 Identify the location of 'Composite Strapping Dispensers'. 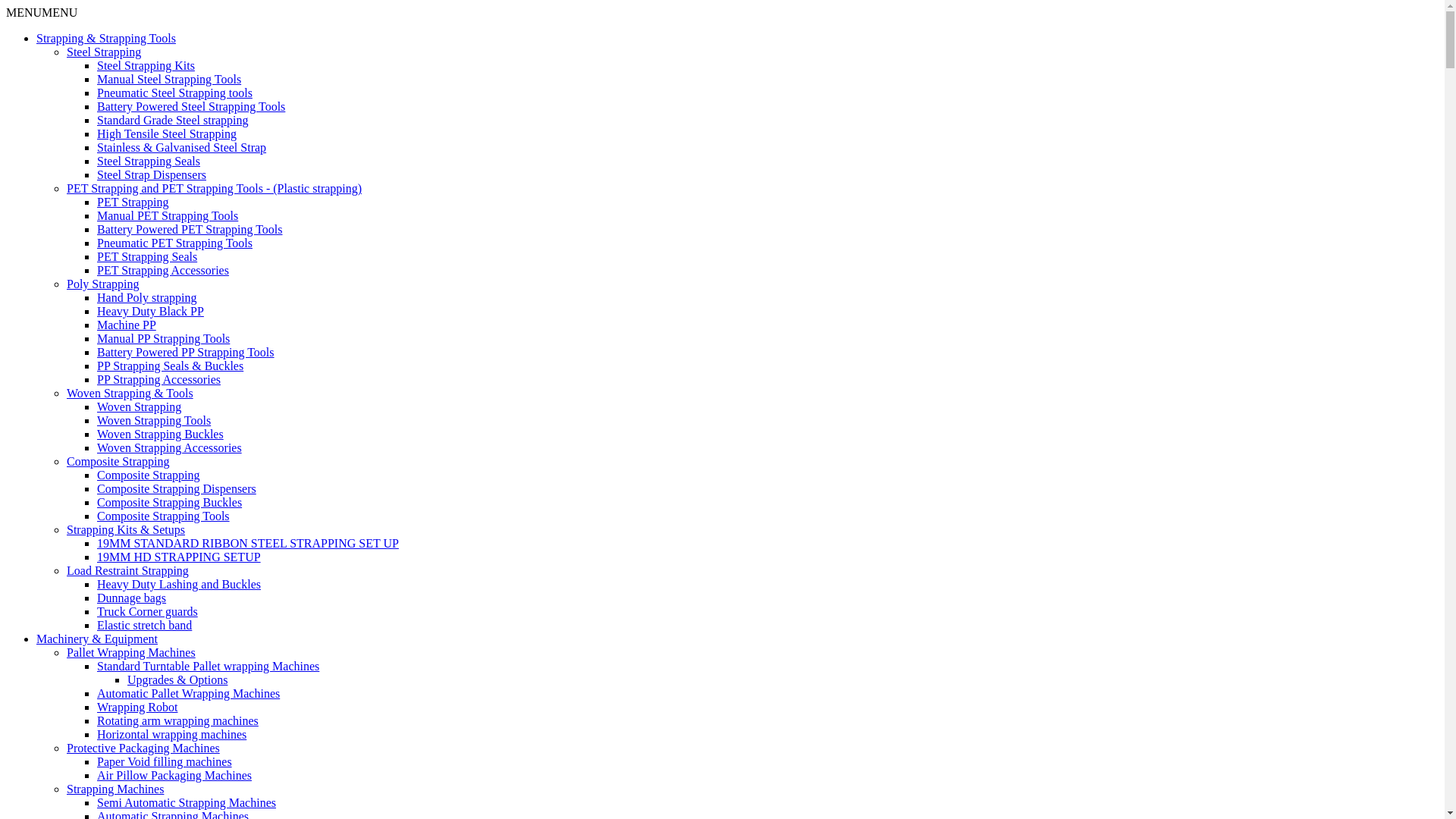
(96, 488).